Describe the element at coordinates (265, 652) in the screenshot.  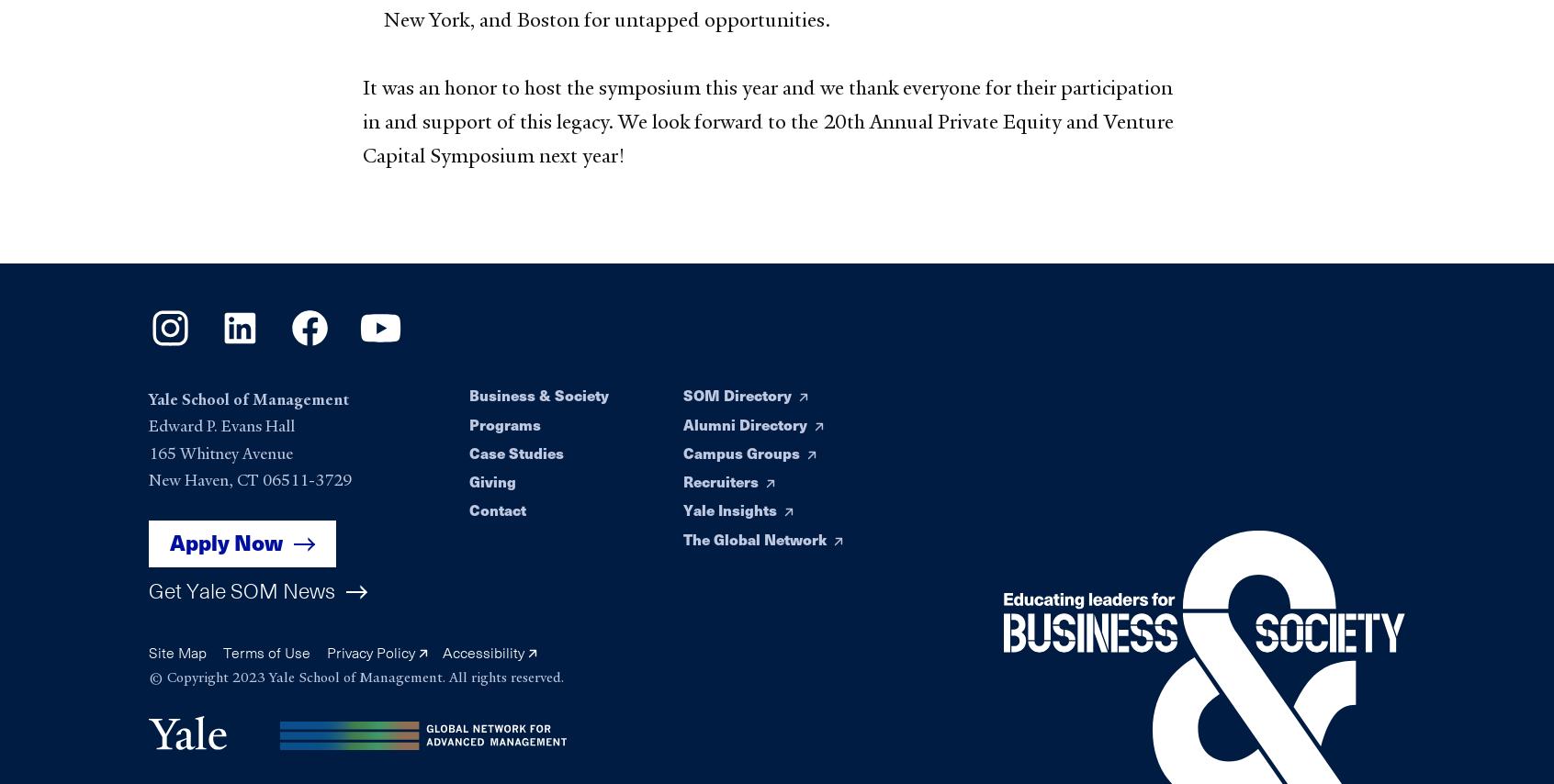
I see `'Terms of Use'` at that location.